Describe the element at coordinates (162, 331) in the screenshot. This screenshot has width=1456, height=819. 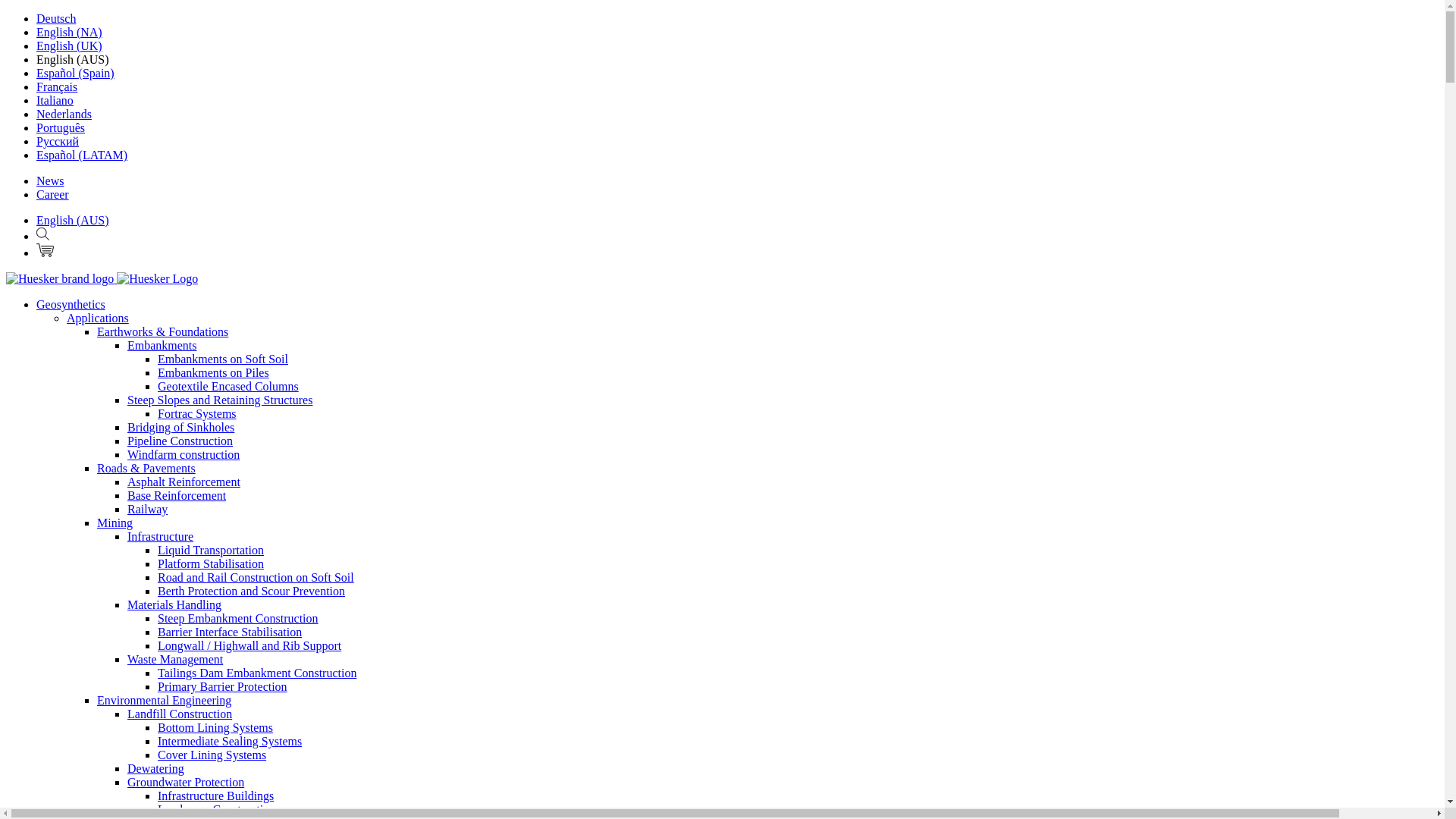
I see `'Earthworks & Foundations'` at that location.